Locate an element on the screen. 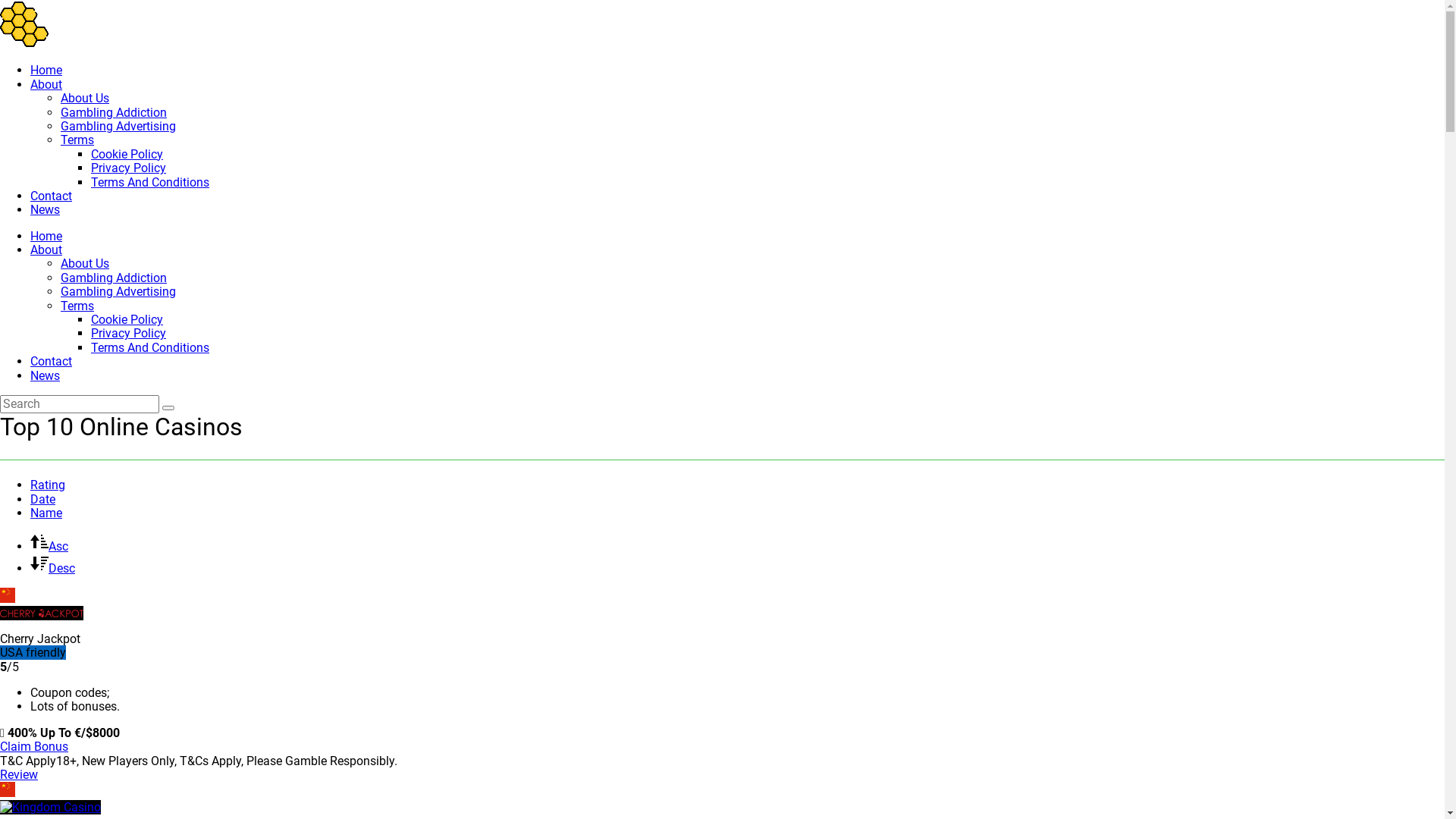 This screenshot has width=1456, height=819. 'Privacy Policy' is located at coordinates (128, 332).